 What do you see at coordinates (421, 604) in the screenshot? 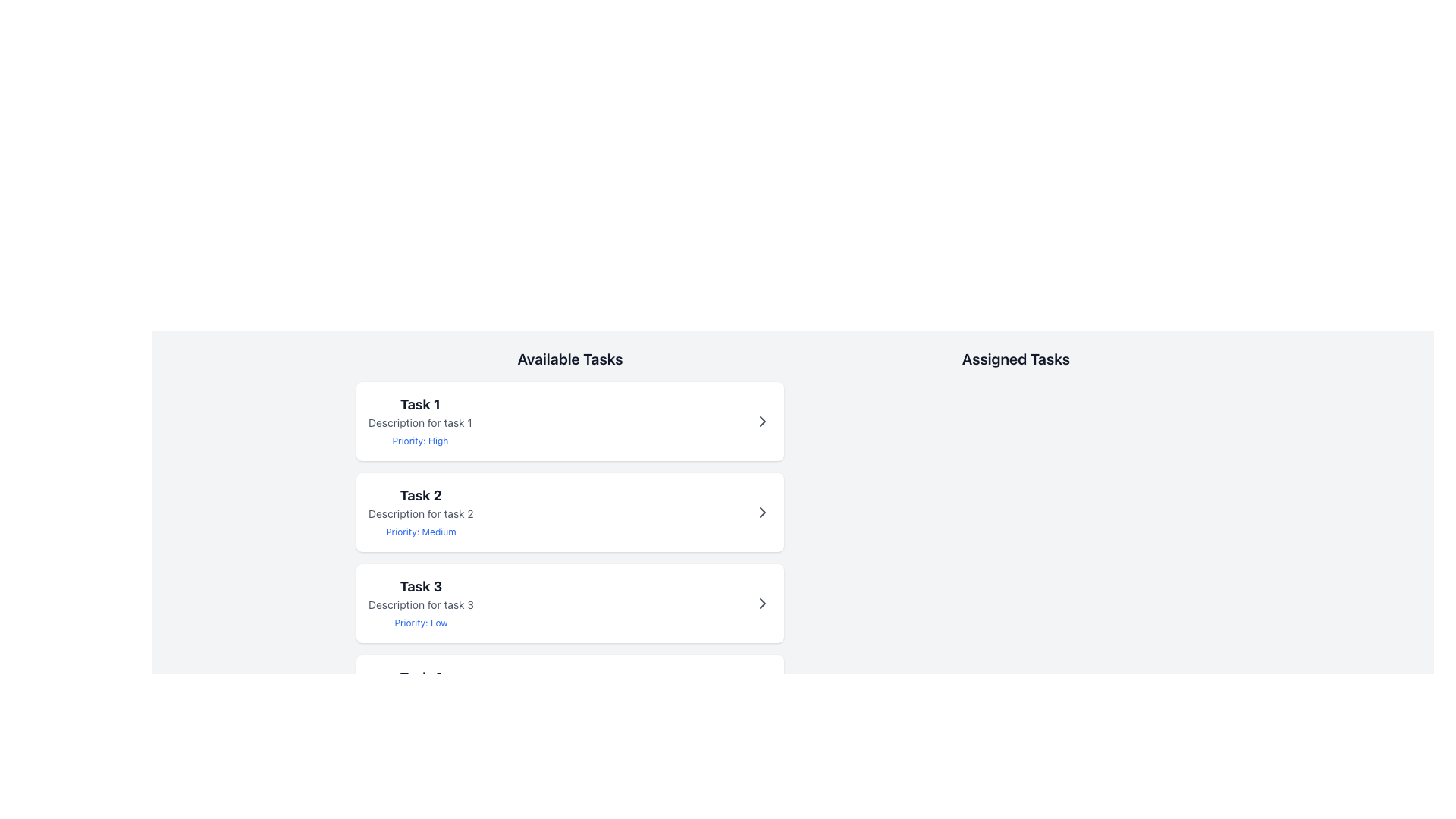
I see `the text label displaying the description for 'Task 3', which is located below the heading 'Task 3' and above 'Priority: Low' in the 'Available Tasks' section` at bounding box center [421, 604].